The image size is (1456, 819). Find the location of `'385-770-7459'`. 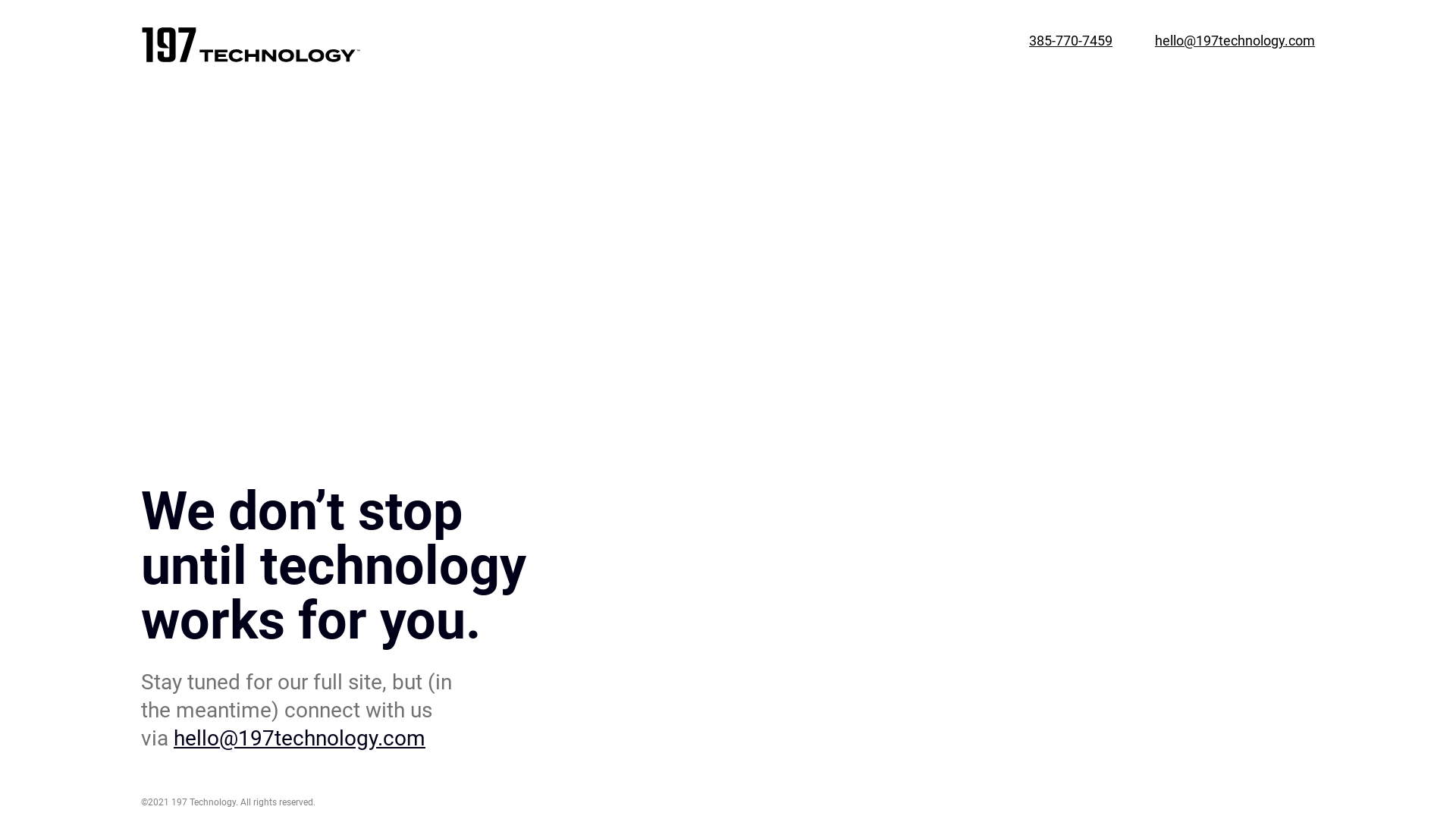

'385-770-7459' is located at coordinates (1029, 46).